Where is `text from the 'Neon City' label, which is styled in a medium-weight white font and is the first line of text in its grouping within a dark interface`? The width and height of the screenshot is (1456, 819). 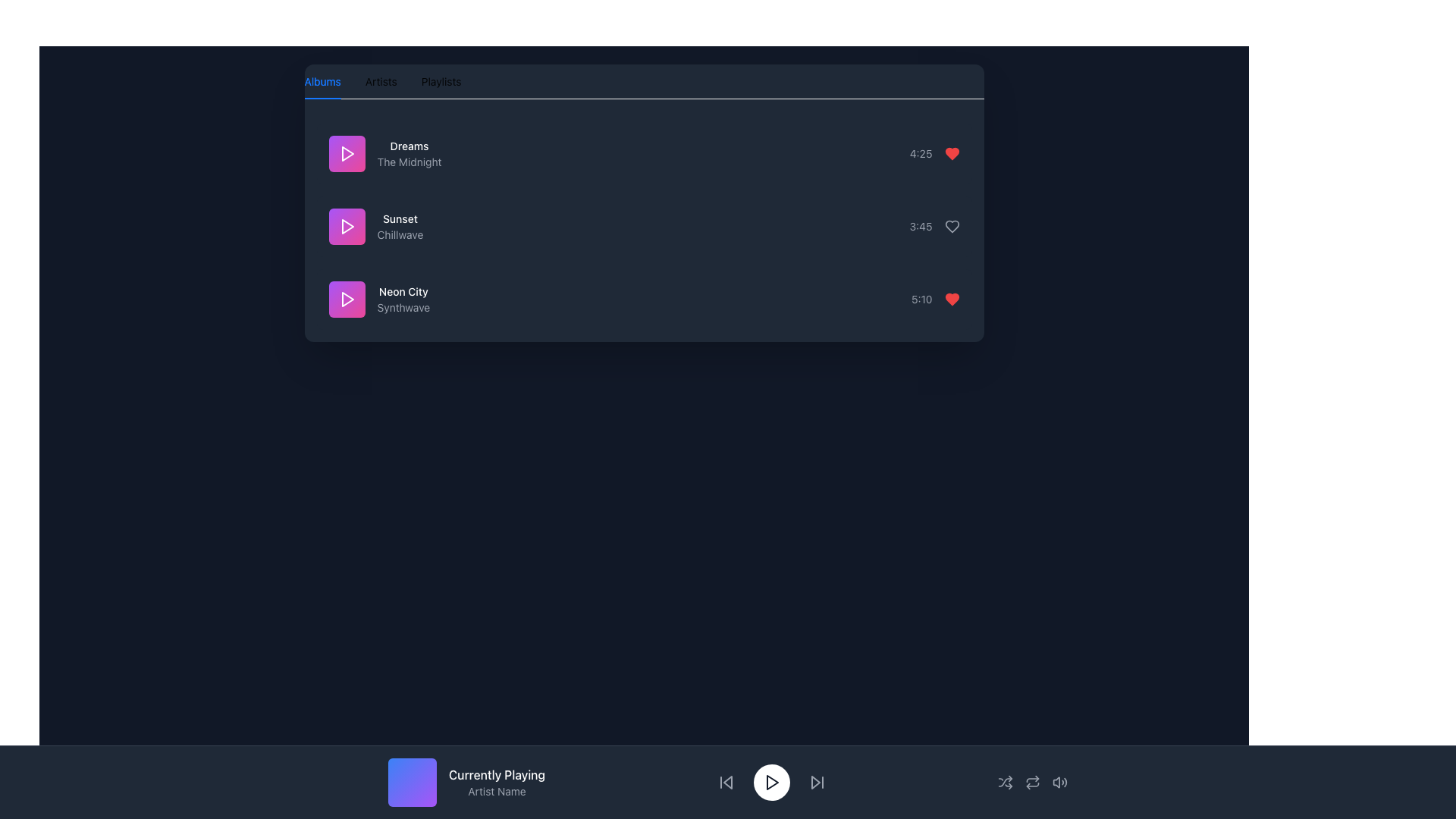
text from the 'Neon City' label, which is styled in a medium-weight white font and is the first line of text in its grouping within a dark interface is located at coordinates (403, 292).